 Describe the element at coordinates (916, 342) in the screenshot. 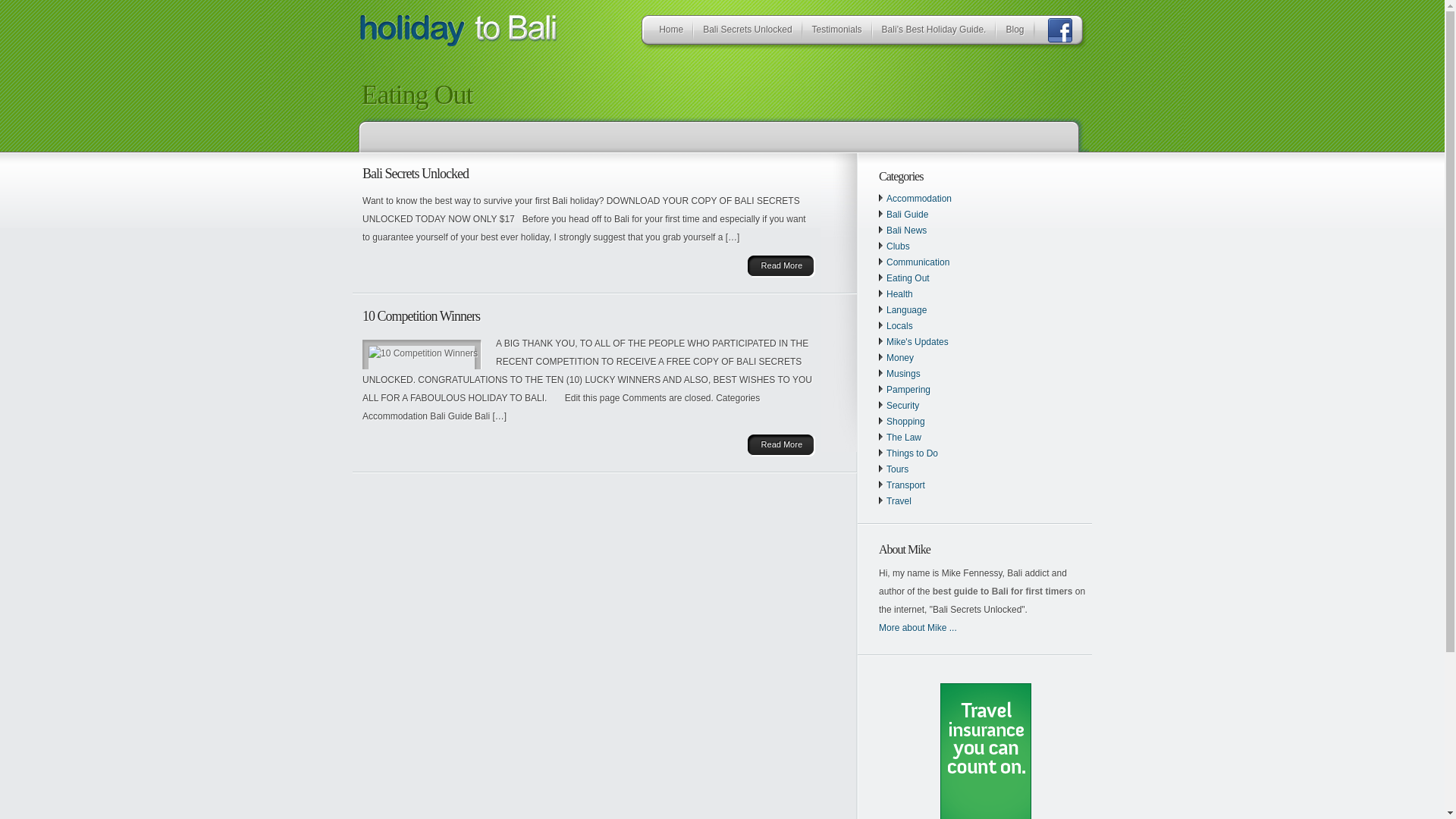

I see `'Mike's Updates'` at that location.